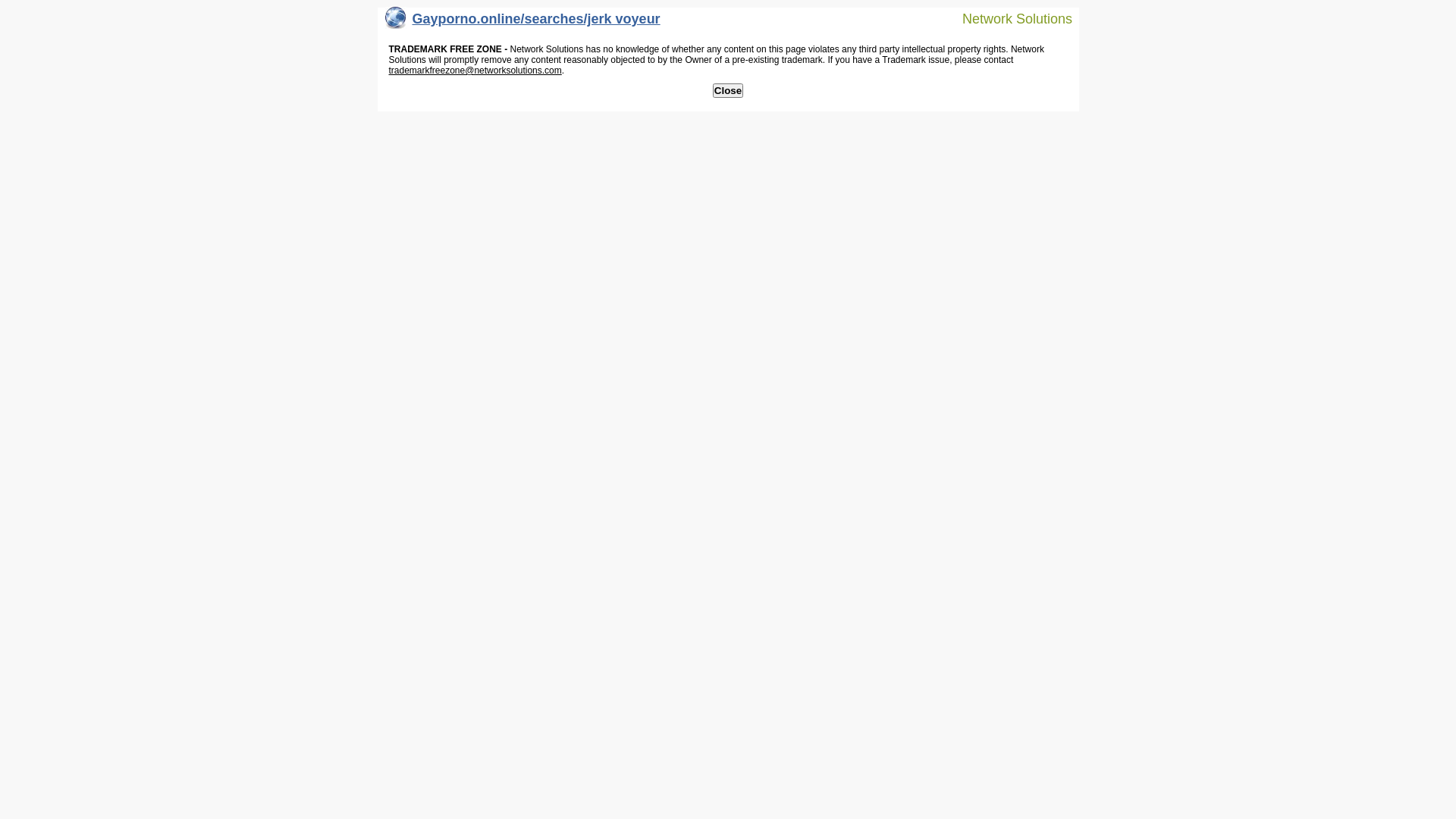 The image size is (1456, 819). Describe the element at coordinates (1008, 17) in the screenshot. I see `'Network Solutions'` at that location.